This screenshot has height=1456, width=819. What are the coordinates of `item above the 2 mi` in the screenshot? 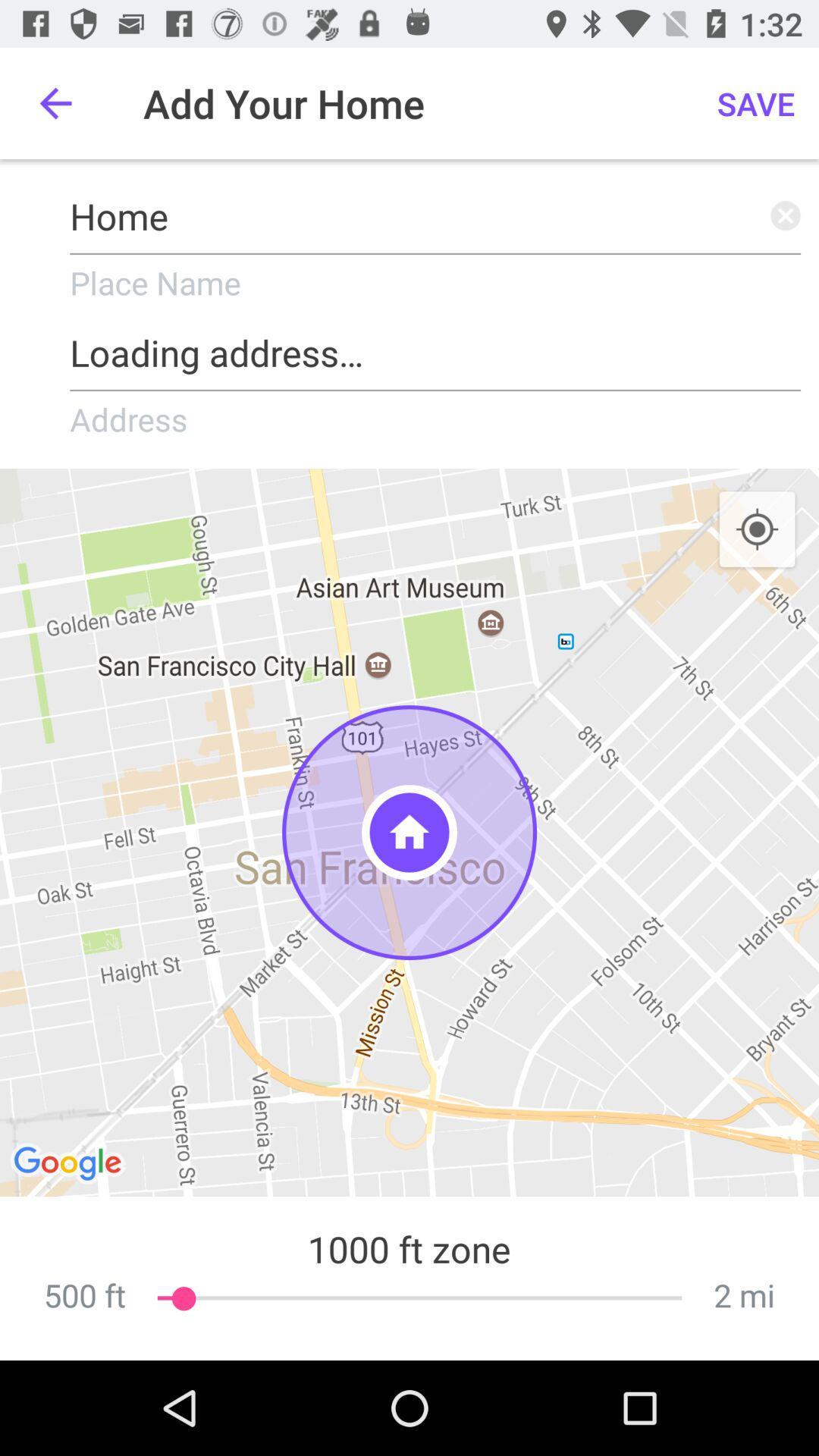 It's located at (757, 530).